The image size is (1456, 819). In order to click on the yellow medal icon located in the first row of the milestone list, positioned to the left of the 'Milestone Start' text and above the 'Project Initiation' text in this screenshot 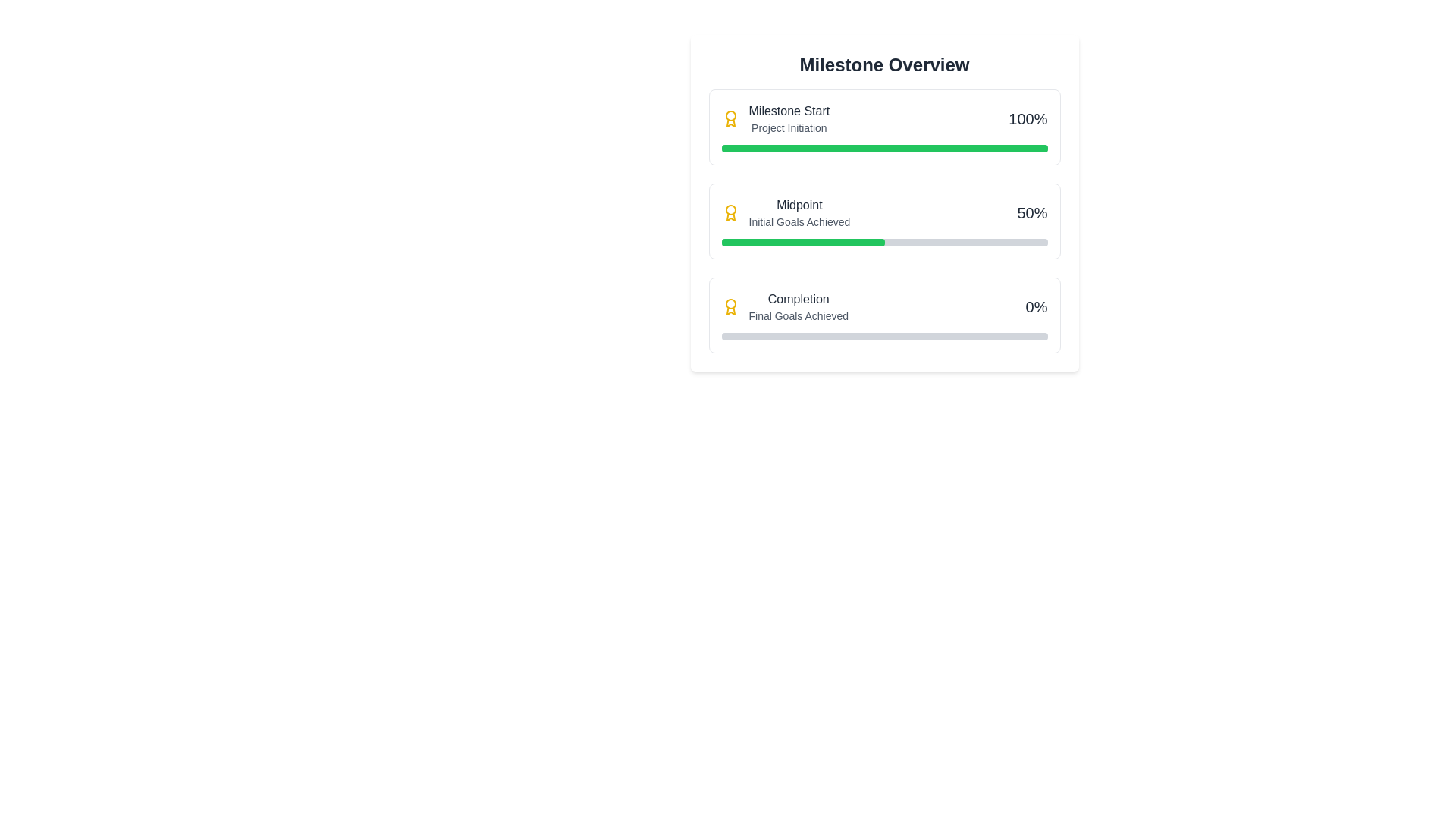, I will do `click(730, 118)`.